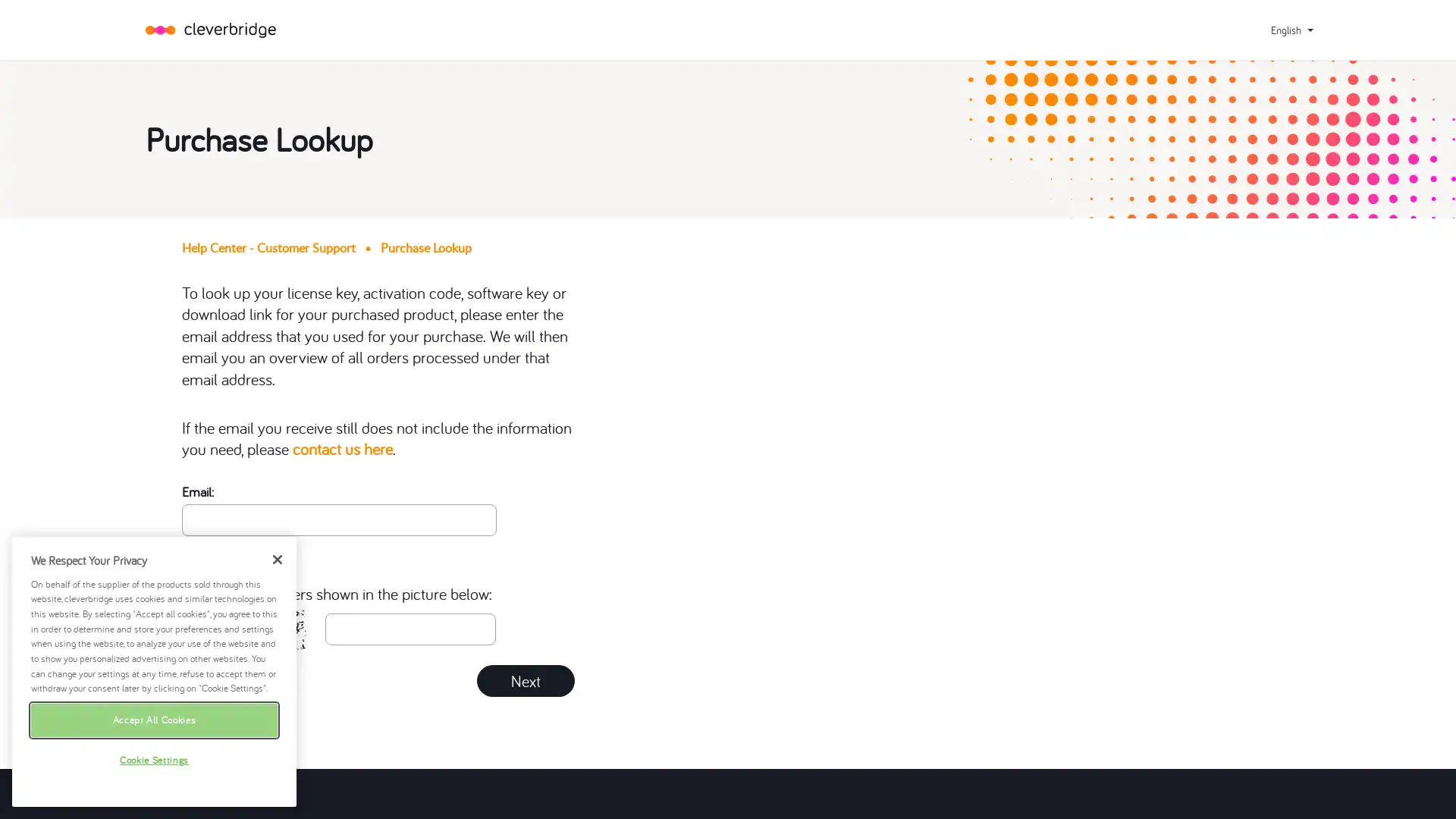 This screenshot has width=1456, height=819. What do you see at coordinates (525, 680) in the screenshot?
I see `Next` at bounding box center [525, 680].